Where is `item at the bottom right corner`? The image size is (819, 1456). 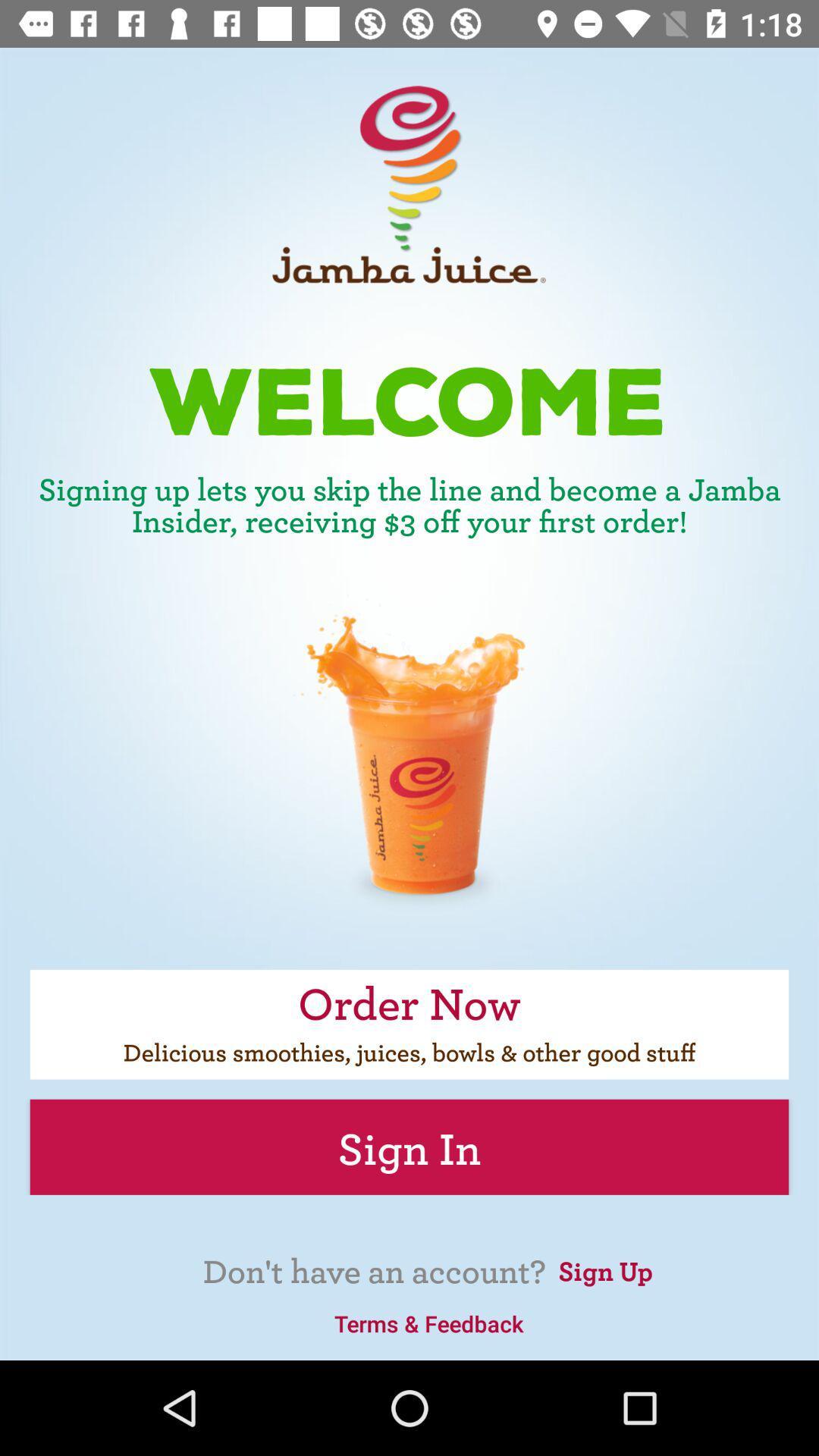
item at the bottom right corner is located at coordinates (604, 1269).